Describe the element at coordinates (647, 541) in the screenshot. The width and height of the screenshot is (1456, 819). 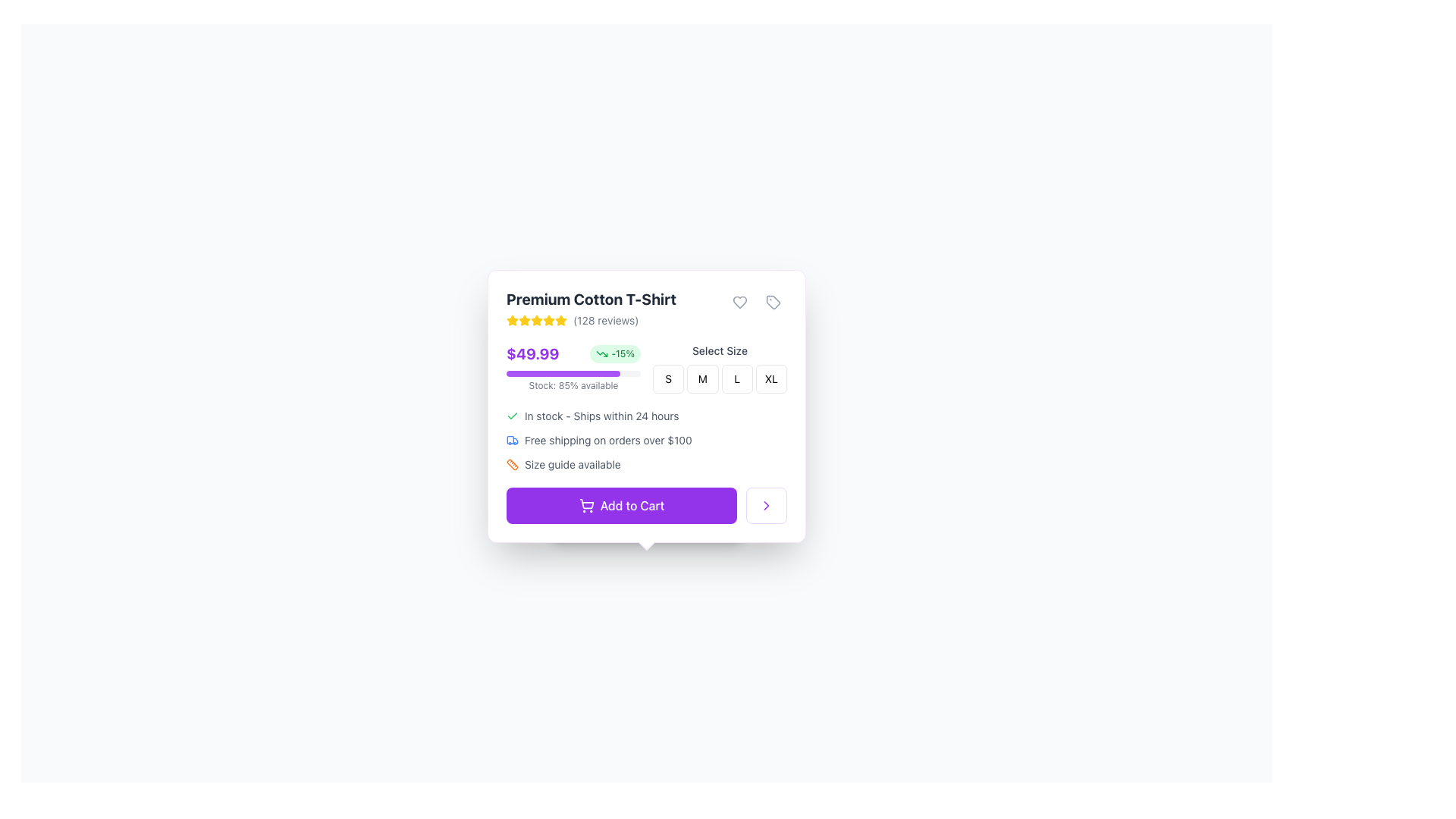
I see `the decorative pointer located at the bottom center of the white card layout, which indicates a relationship with the associated content beneath the 'Add to Cart' button` at that location.